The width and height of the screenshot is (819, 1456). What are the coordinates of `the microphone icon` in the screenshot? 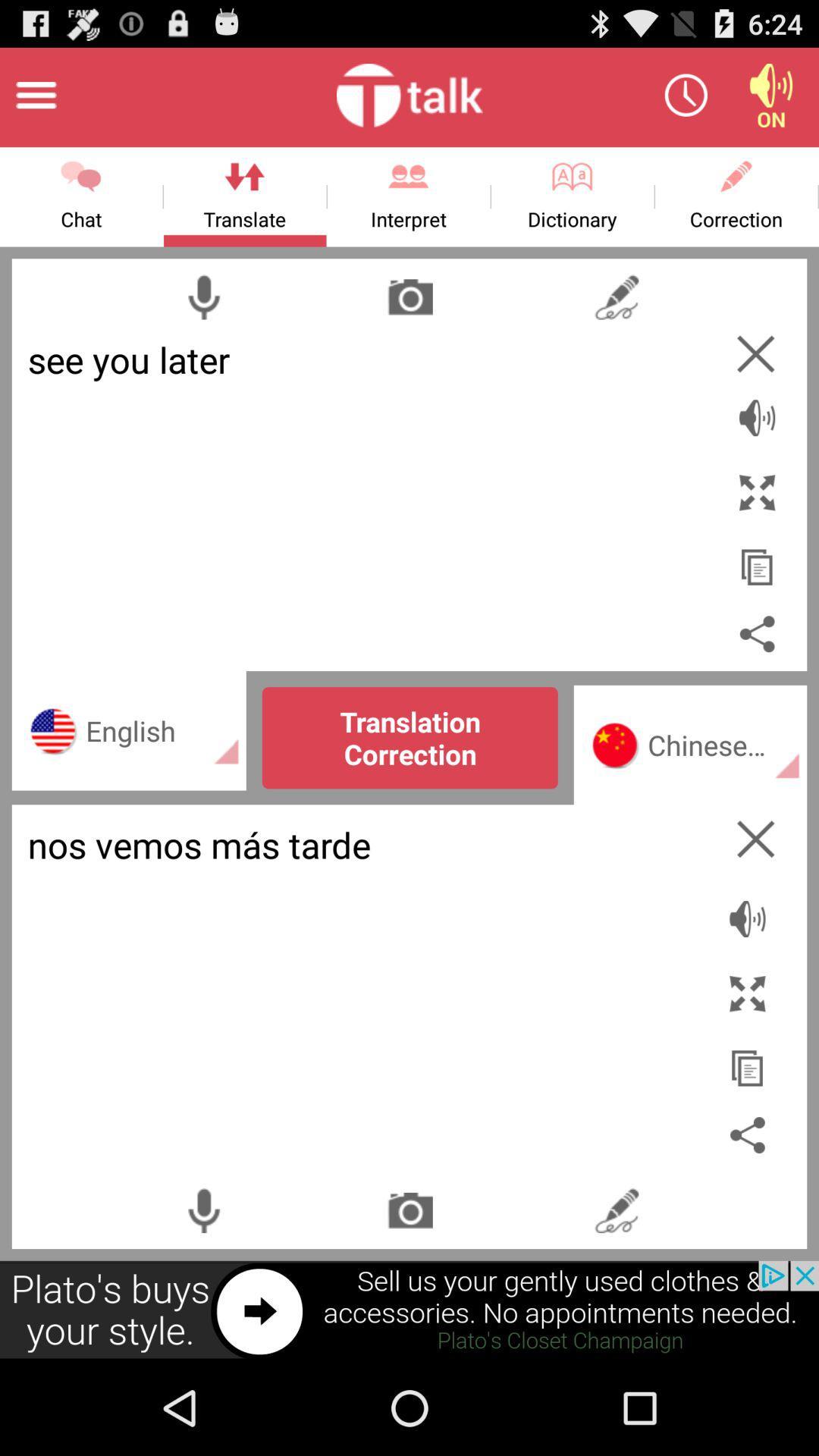 It's located at (202, 317).